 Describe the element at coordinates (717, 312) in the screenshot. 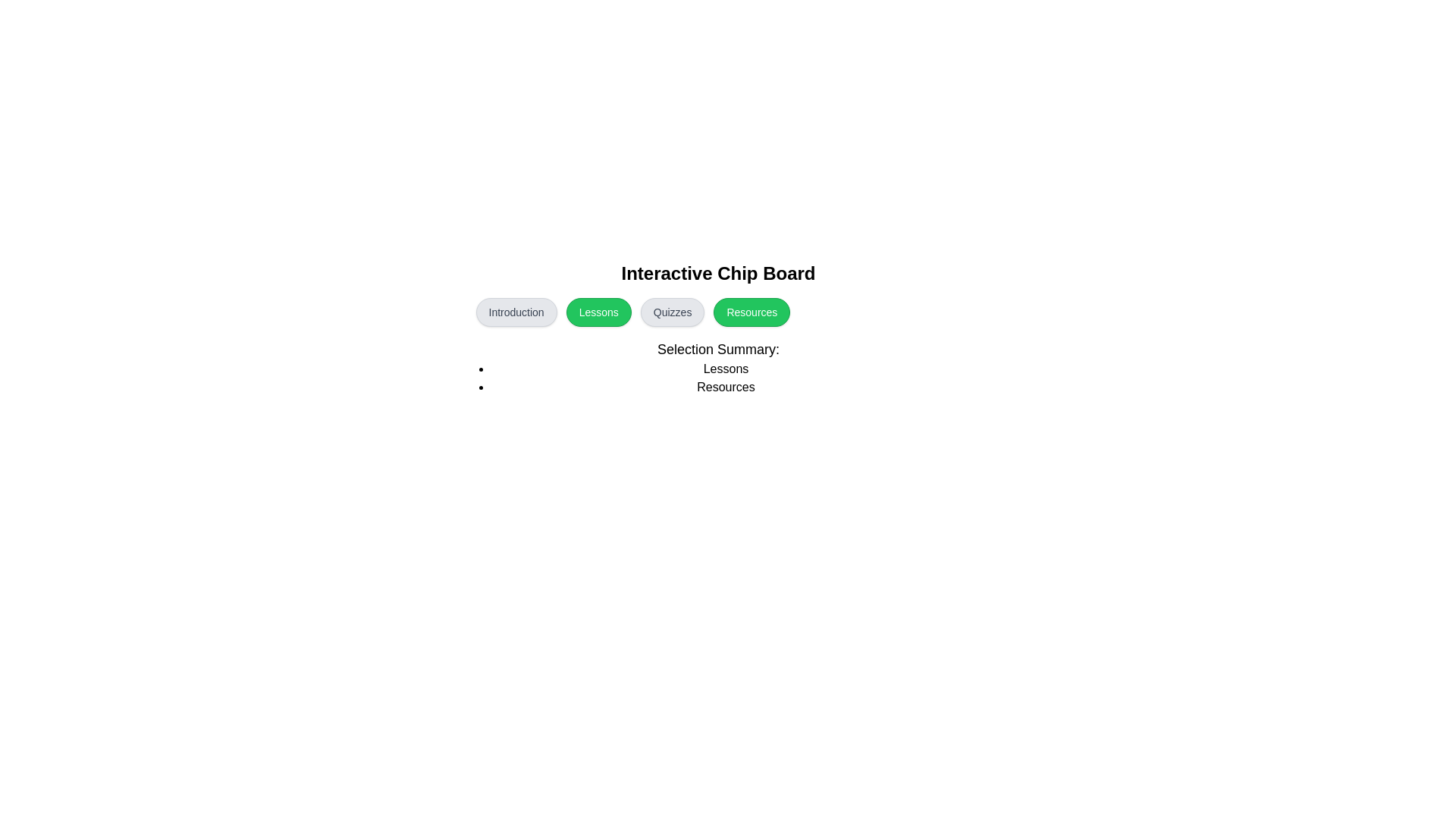

I see `the fourth interactive chip labeled 'Resources' in the row of chips styled for selection or navigation, located below the heading 'Interactive Chip Board'` at that location.